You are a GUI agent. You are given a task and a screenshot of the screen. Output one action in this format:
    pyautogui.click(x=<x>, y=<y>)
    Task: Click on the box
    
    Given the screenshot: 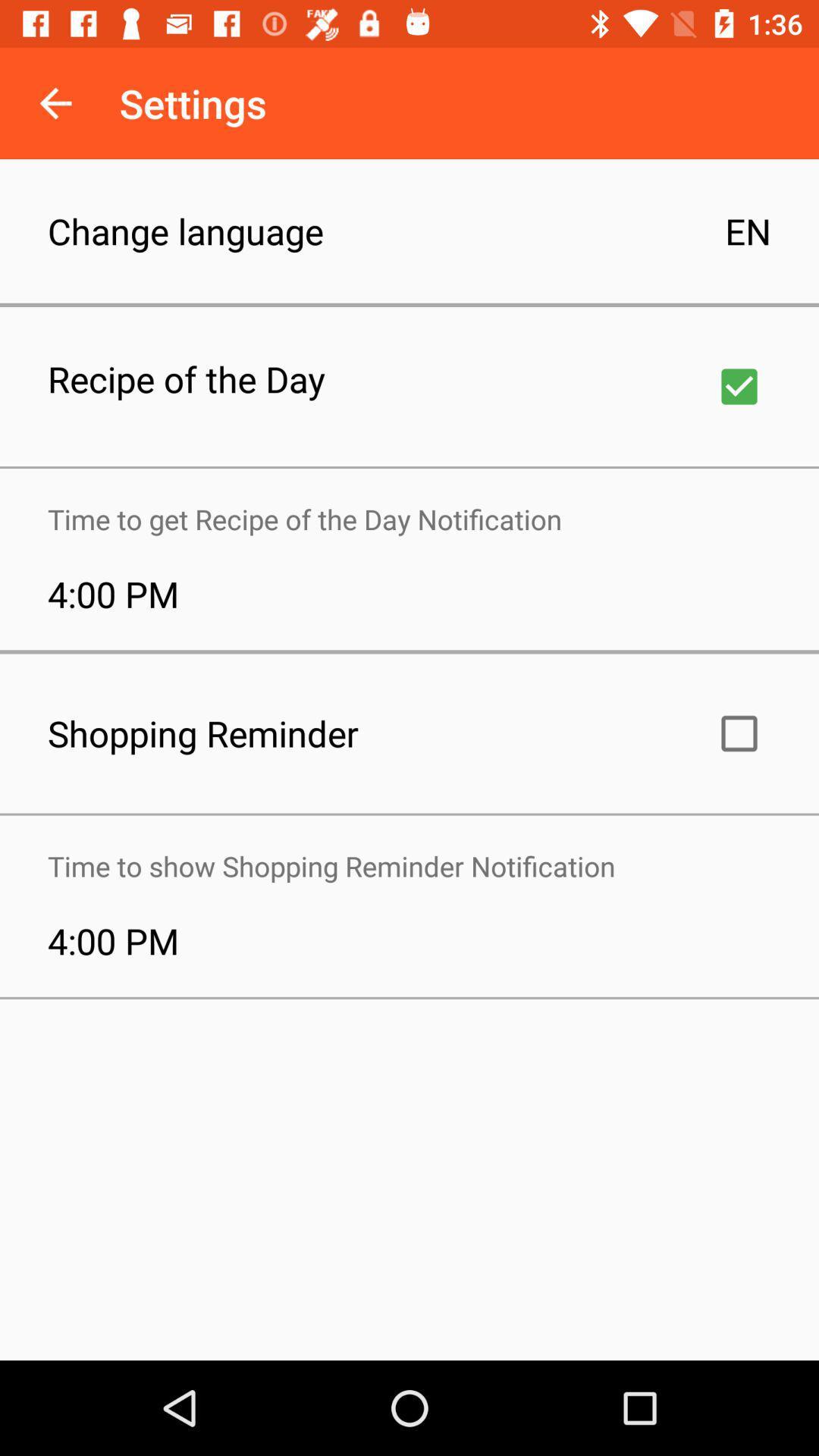 What is the action you would take?
    pyautogui.click(x=739, y=386)
    